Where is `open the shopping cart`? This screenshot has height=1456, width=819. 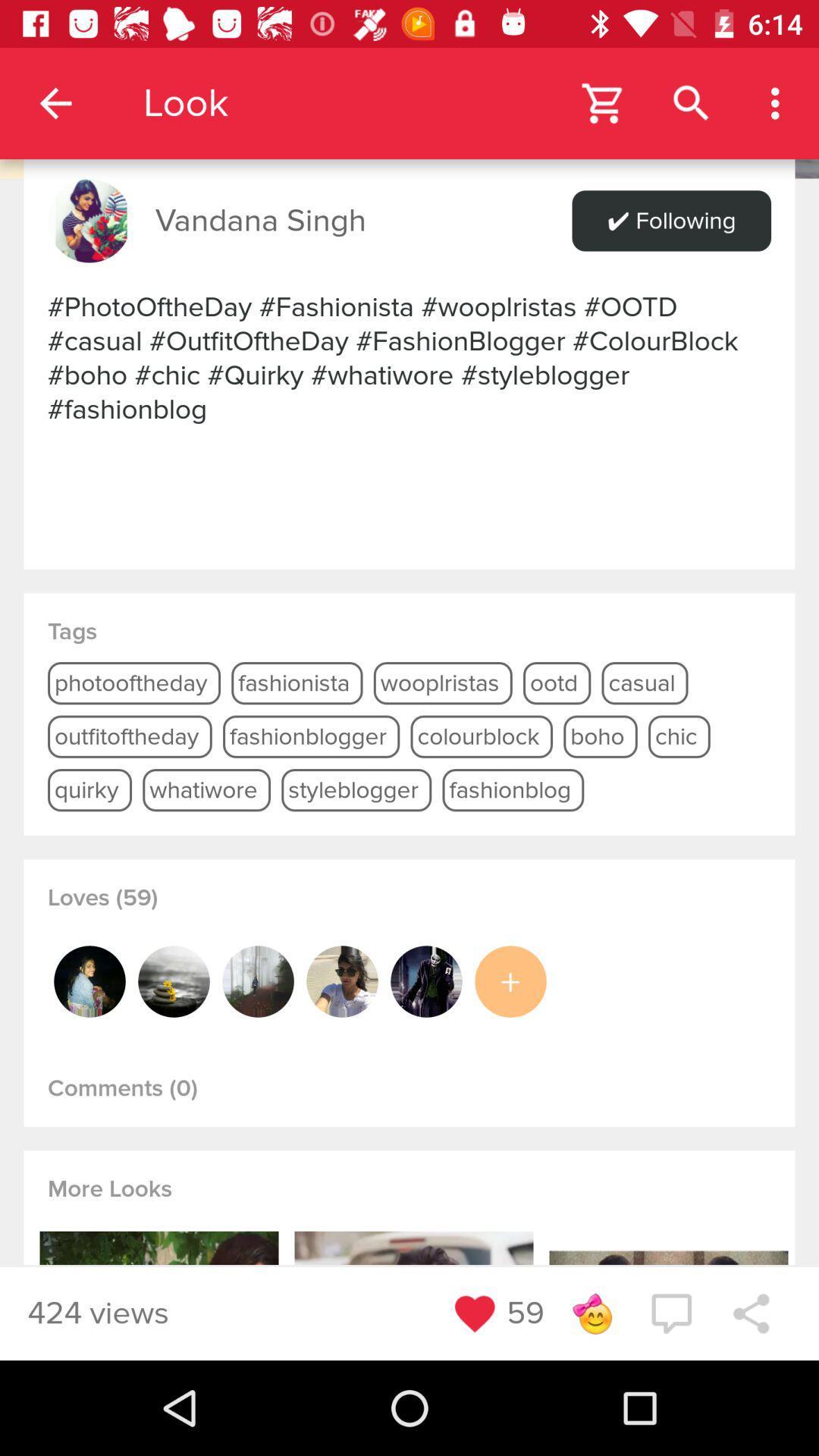
open the shopping cart is located at coordinates (603, 102).